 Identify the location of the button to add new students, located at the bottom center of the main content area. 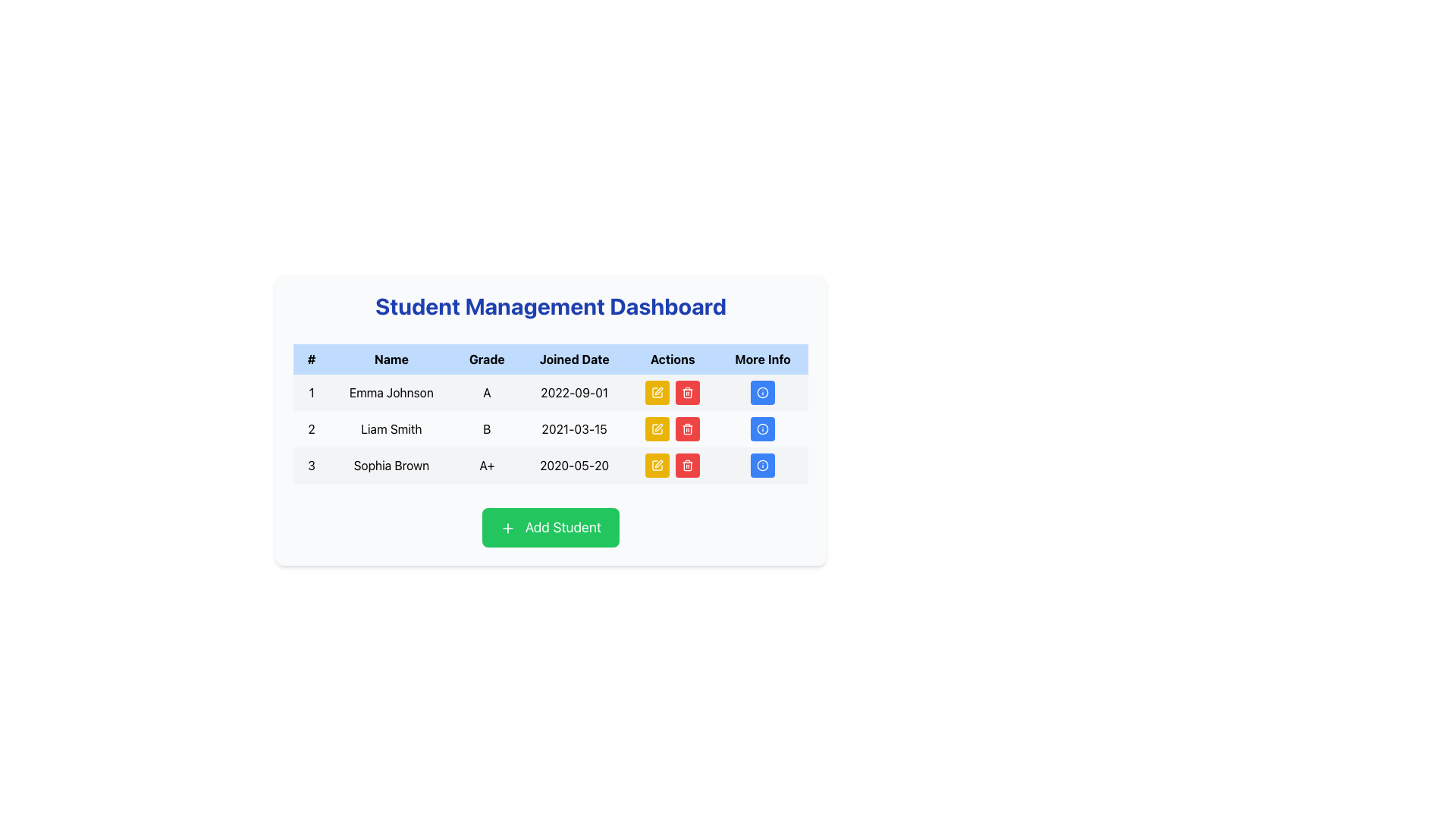
(550, 526).